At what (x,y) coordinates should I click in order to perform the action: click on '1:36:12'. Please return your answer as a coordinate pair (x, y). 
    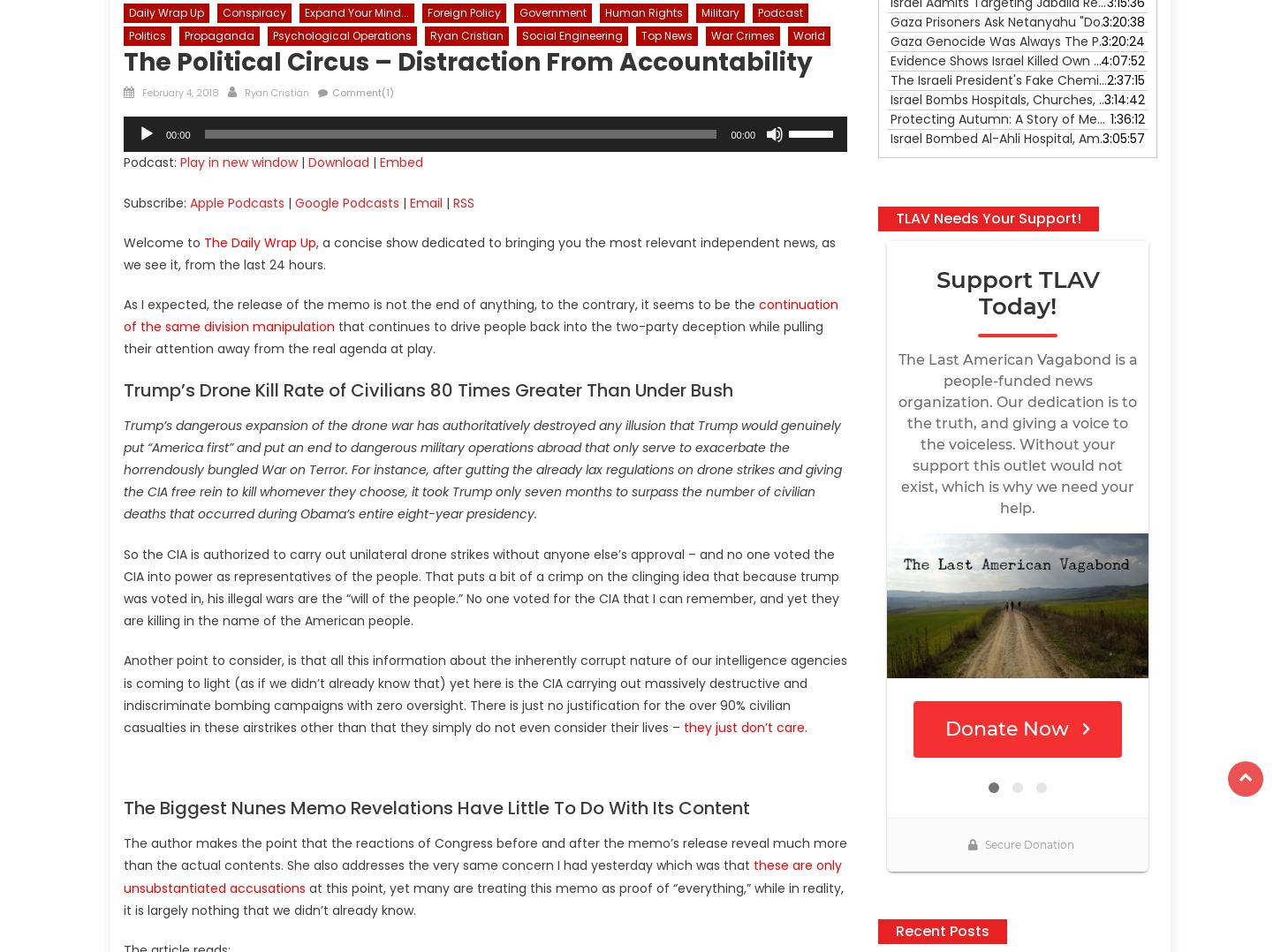
    Looking at the image, I should click on (1127, 117).